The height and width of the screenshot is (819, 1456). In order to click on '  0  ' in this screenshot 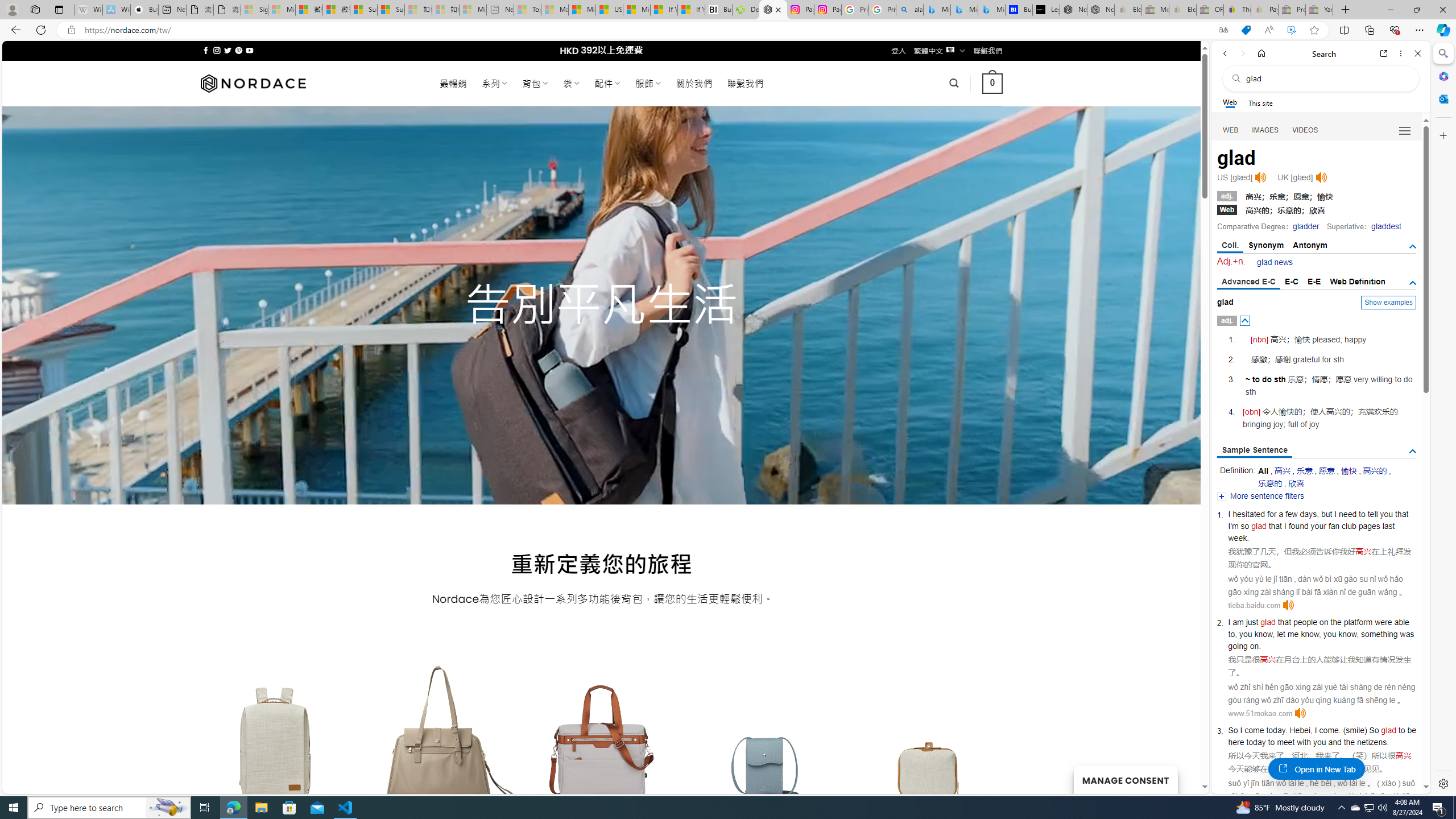, I will do `click(992, 82)`.